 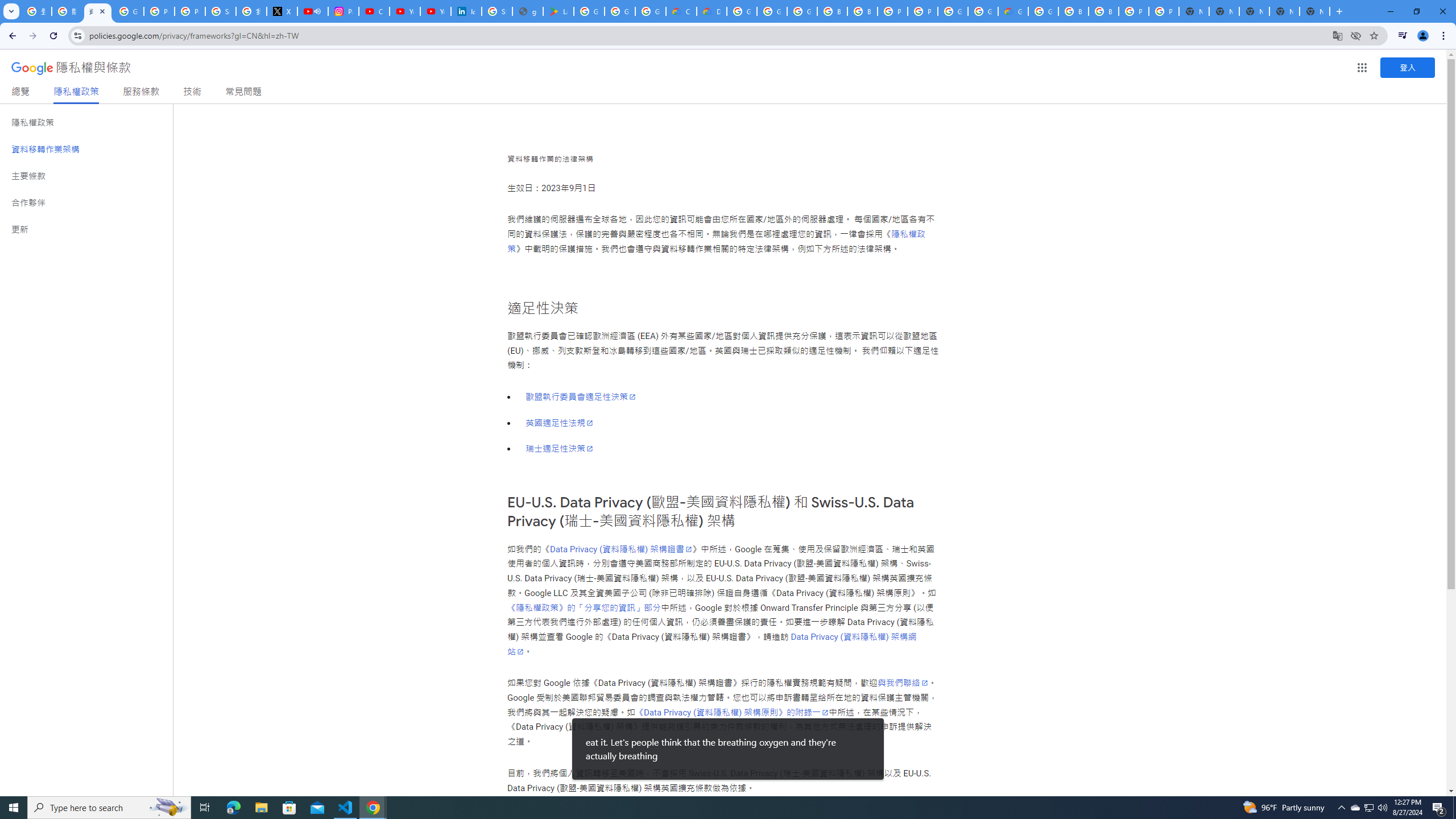 I want to click on 'Sign in - Google Accounts', so click(x=221, y=11).